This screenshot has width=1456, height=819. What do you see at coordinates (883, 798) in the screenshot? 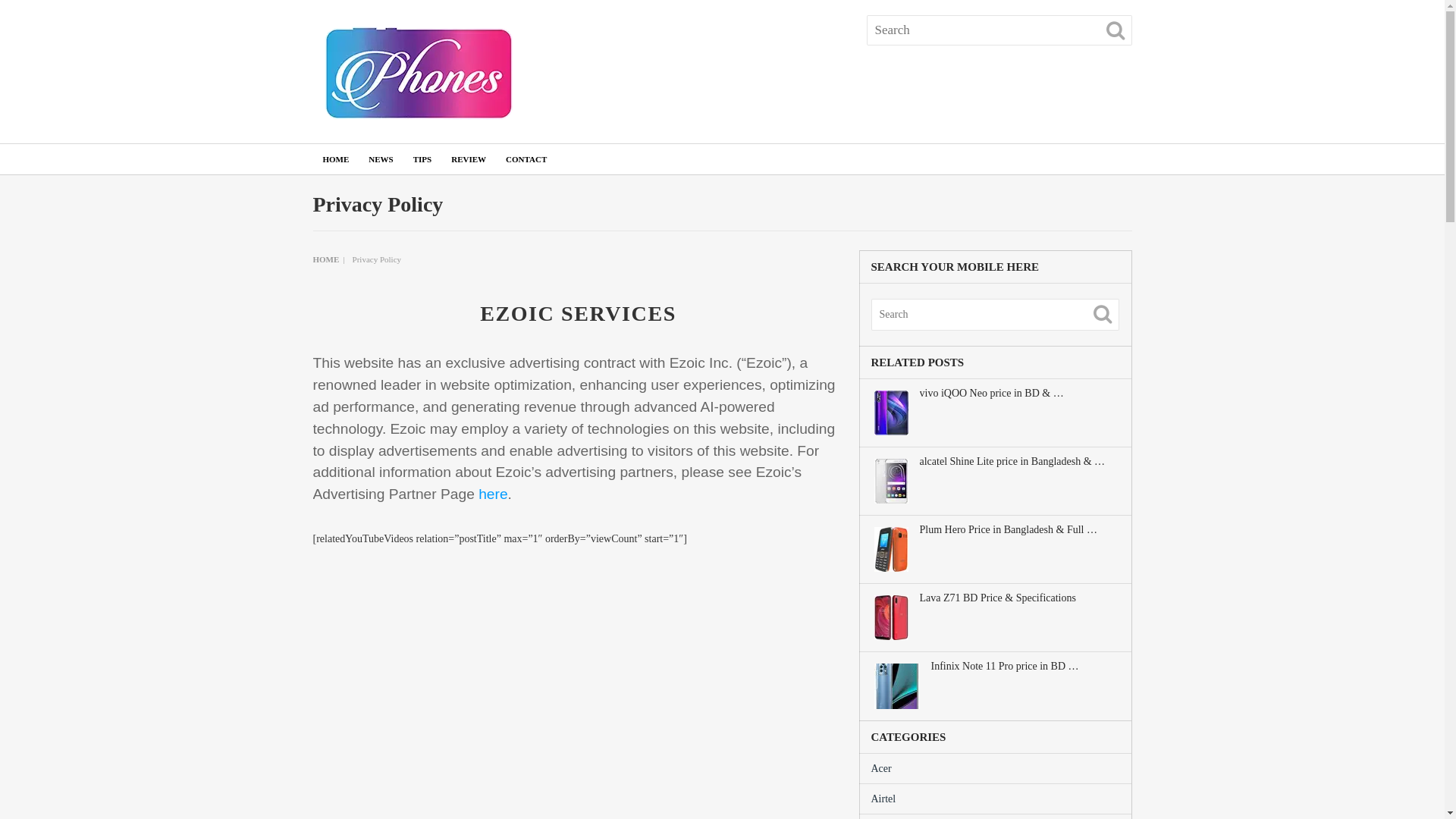
I see `'Airtel'` at bounding box center [883, 798].